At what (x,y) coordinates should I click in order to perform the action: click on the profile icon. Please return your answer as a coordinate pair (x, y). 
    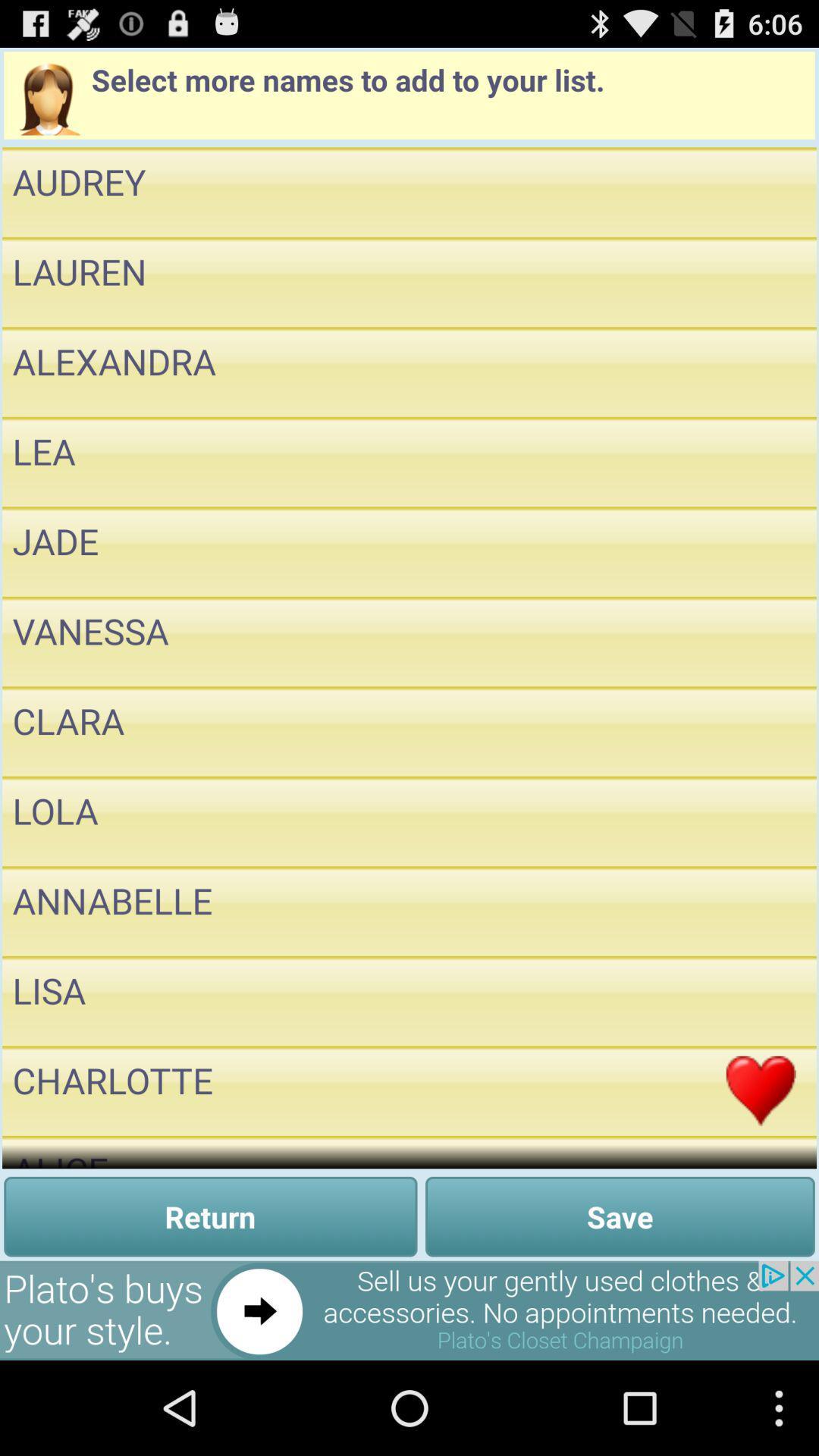
    Looking at the image, I should click on (47, 95).